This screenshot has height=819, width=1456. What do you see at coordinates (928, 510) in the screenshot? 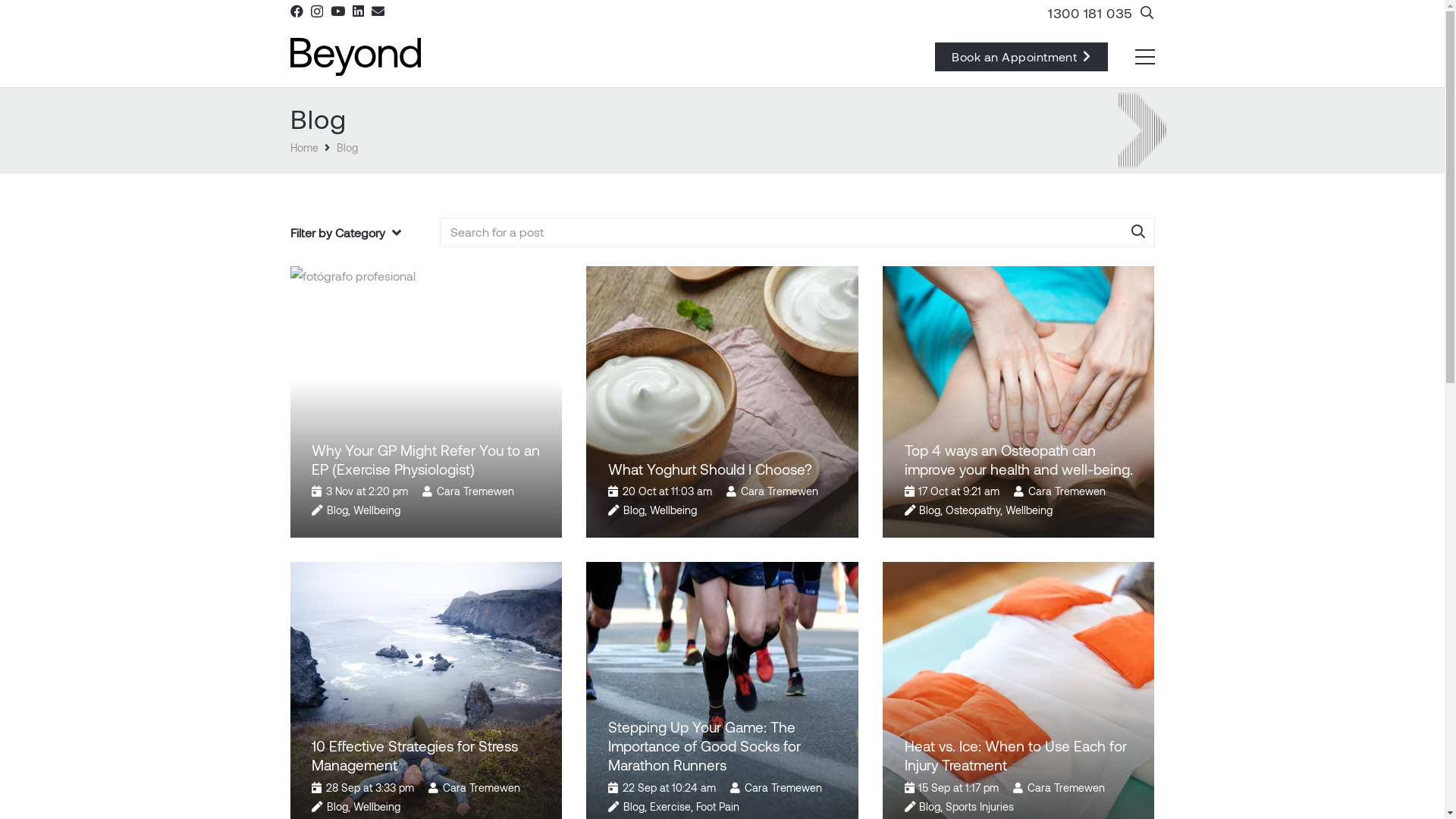
I see `'Blog'` at bounding box center [928, 510].